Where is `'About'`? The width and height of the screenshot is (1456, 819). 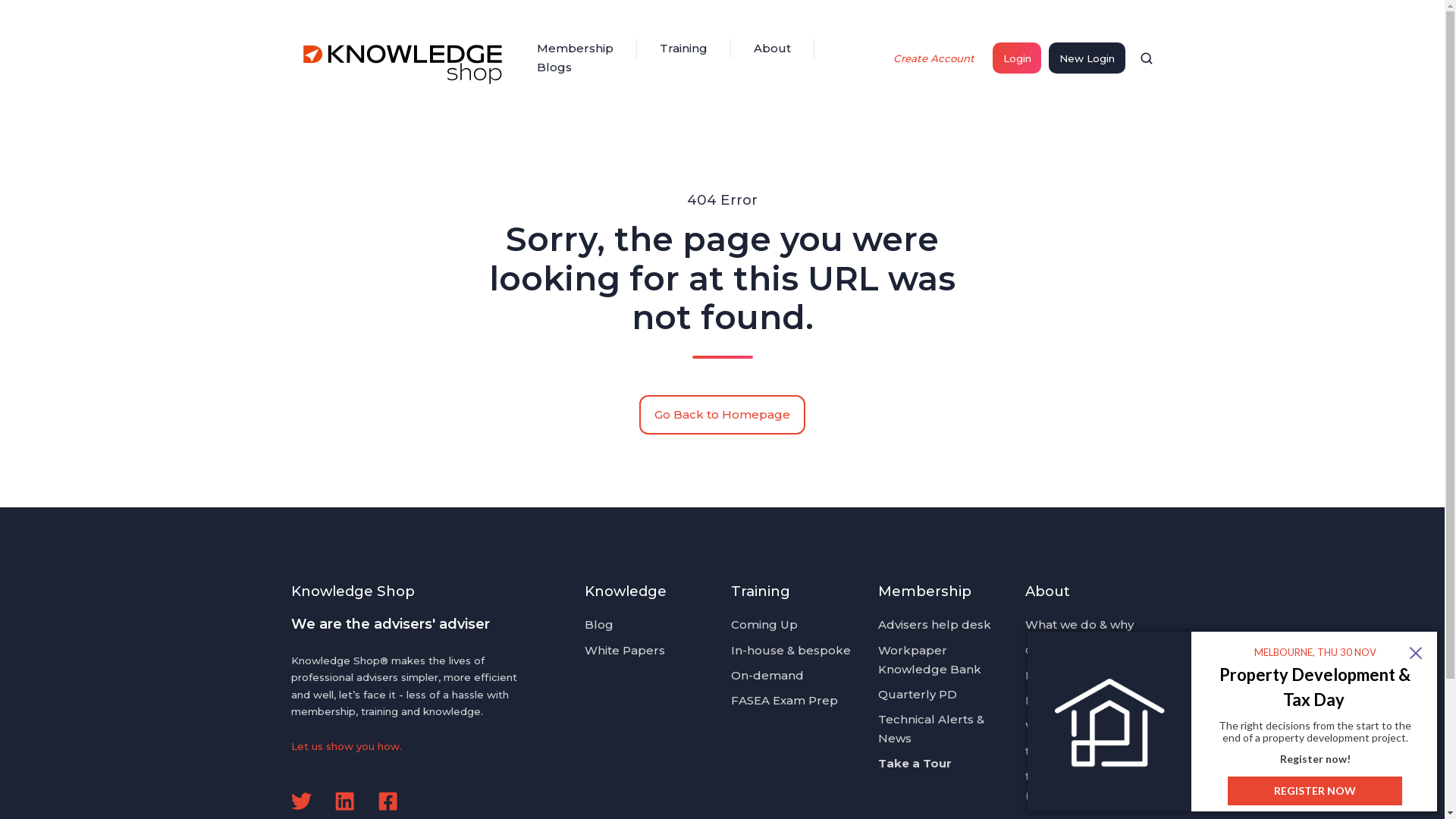
'About' is located at coordinates (772, 48).